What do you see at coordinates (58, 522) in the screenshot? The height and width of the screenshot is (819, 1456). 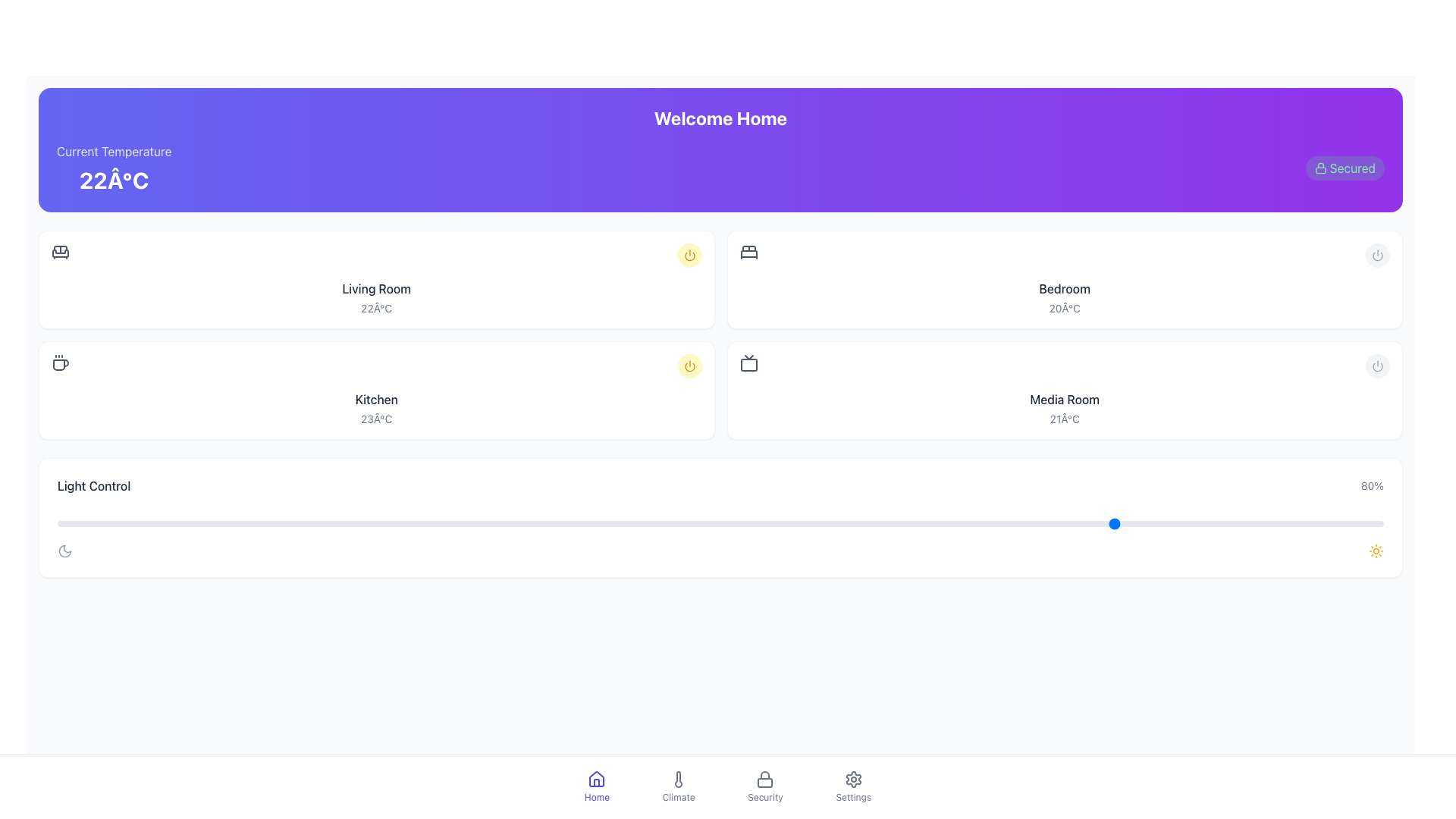 I see `the slider` at bounding box center [58, 522].